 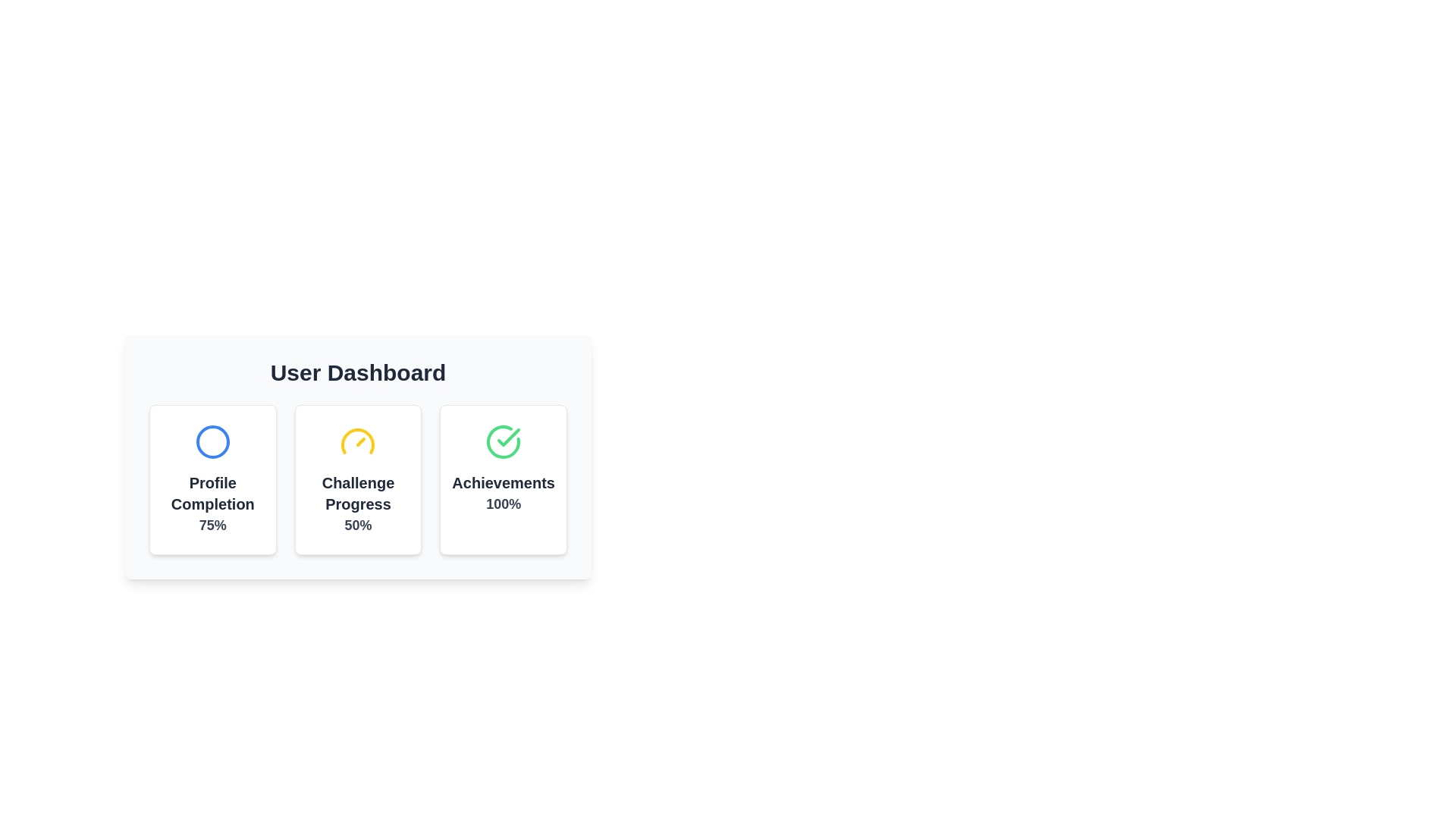 I want to click on progress percentage displayed on the informational card component located in the center column of the grid layout, between the 'Profile Completion' and 'Achievements' cards, so click(x=357, y=479).